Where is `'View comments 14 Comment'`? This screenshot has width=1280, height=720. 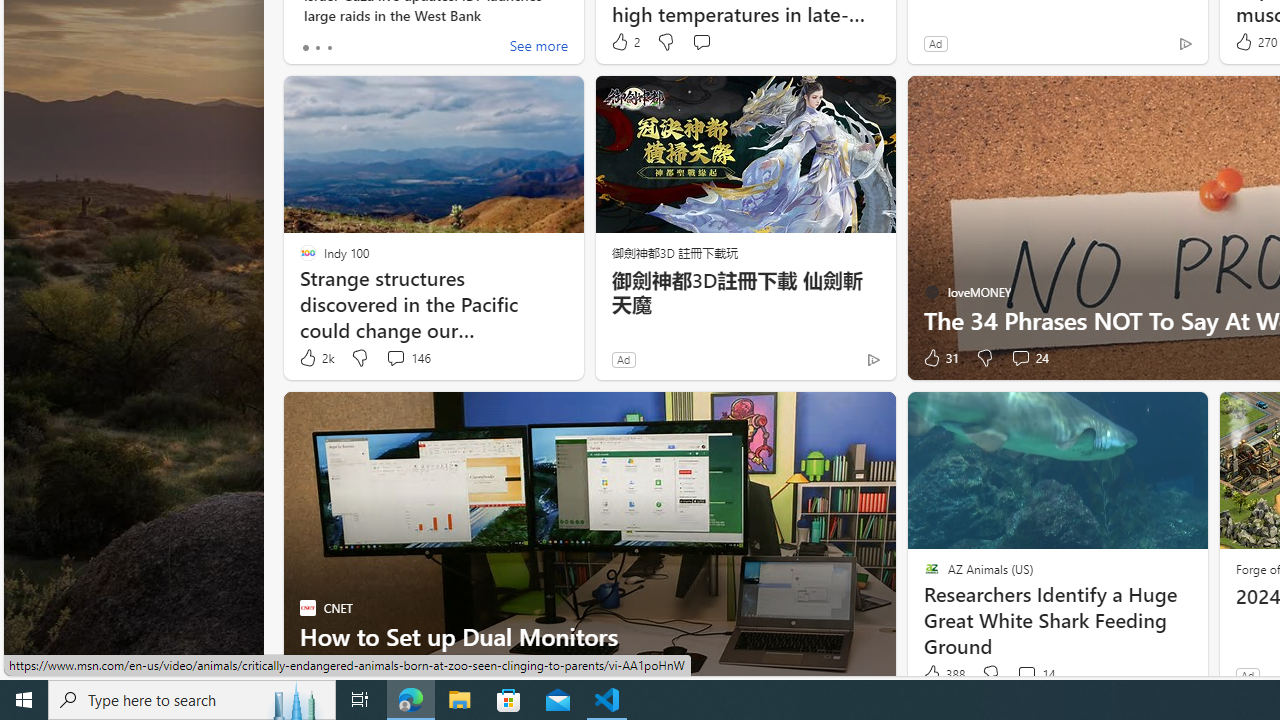 'View comments 14 Comment' is located at coordinates (1026, 673).